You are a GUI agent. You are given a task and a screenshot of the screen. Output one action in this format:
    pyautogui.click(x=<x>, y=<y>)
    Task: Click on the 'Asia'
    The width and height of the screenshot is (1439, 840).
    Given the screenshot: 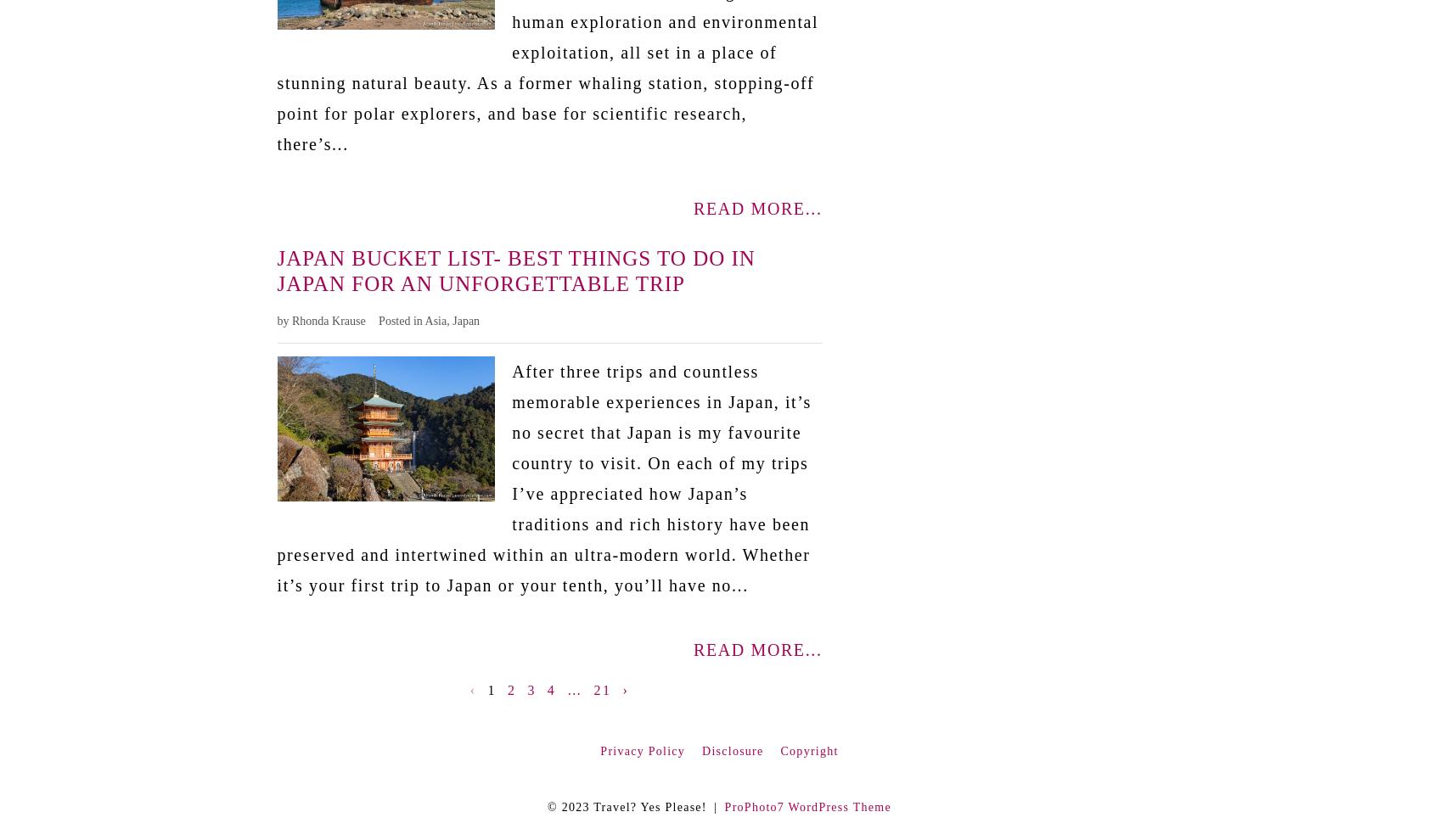 What is the action you would take?
    pyautogui.click(x=435, y=320)
    